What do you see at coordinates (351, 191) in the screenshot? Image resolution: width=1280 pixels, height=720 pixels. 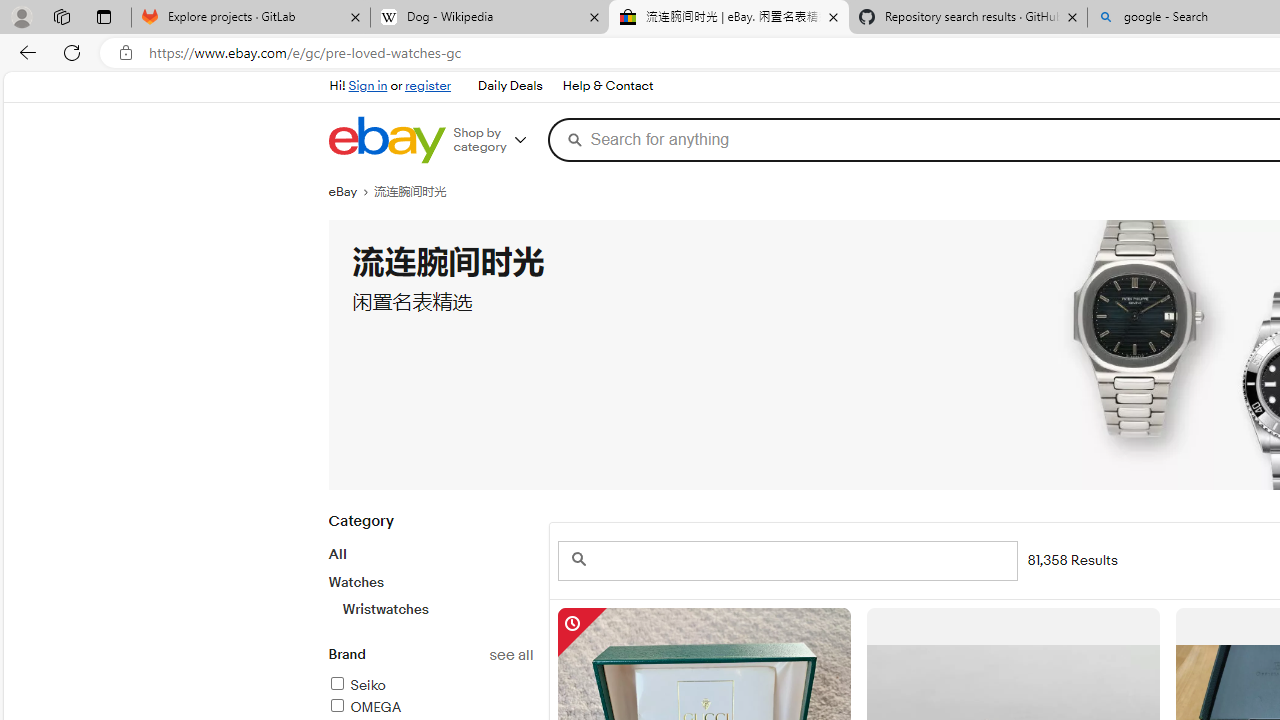 I see `'eBay'` at bounding box center [351, 191].